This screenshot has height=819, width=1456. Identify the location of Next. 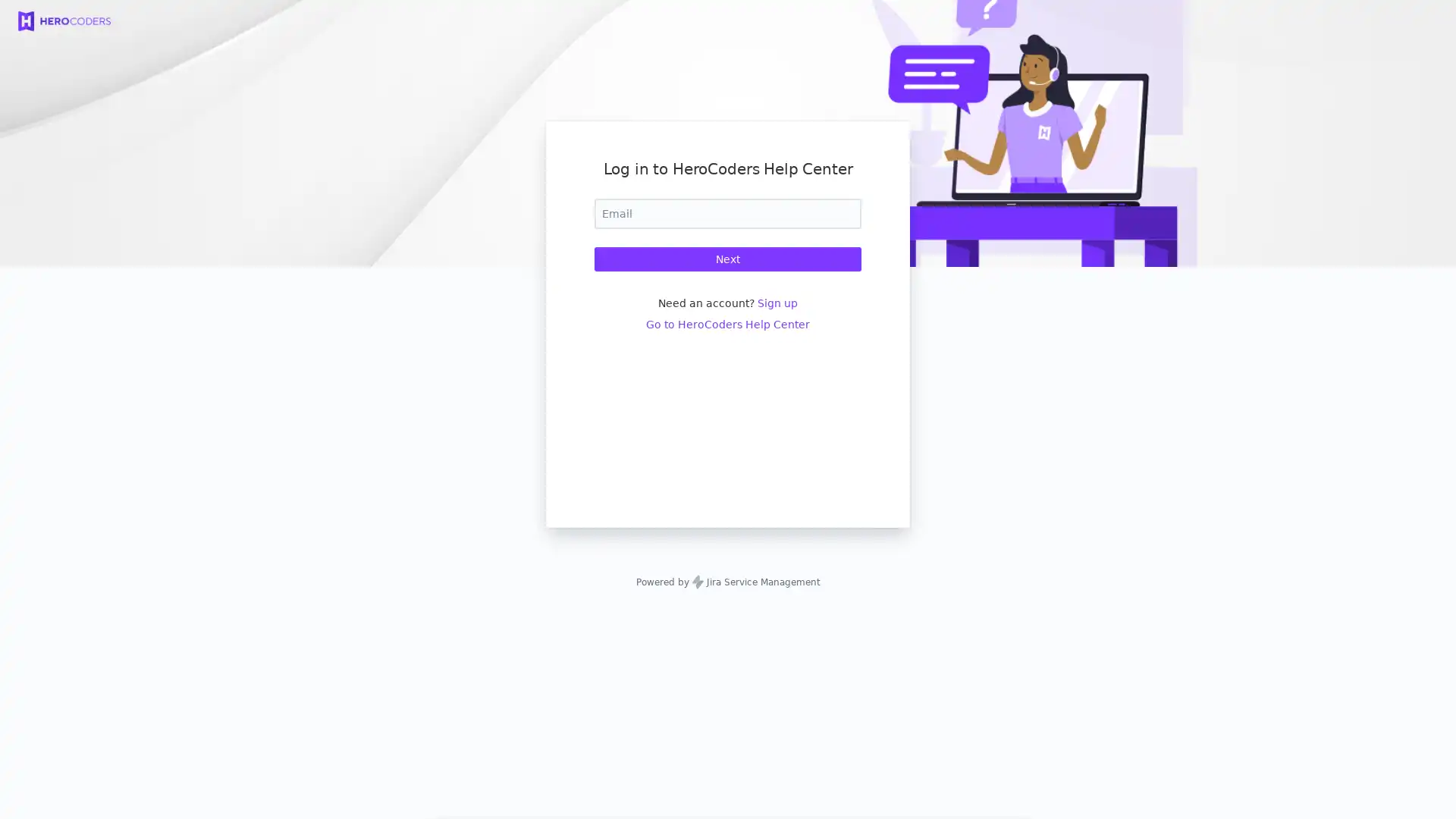
(728, 259).